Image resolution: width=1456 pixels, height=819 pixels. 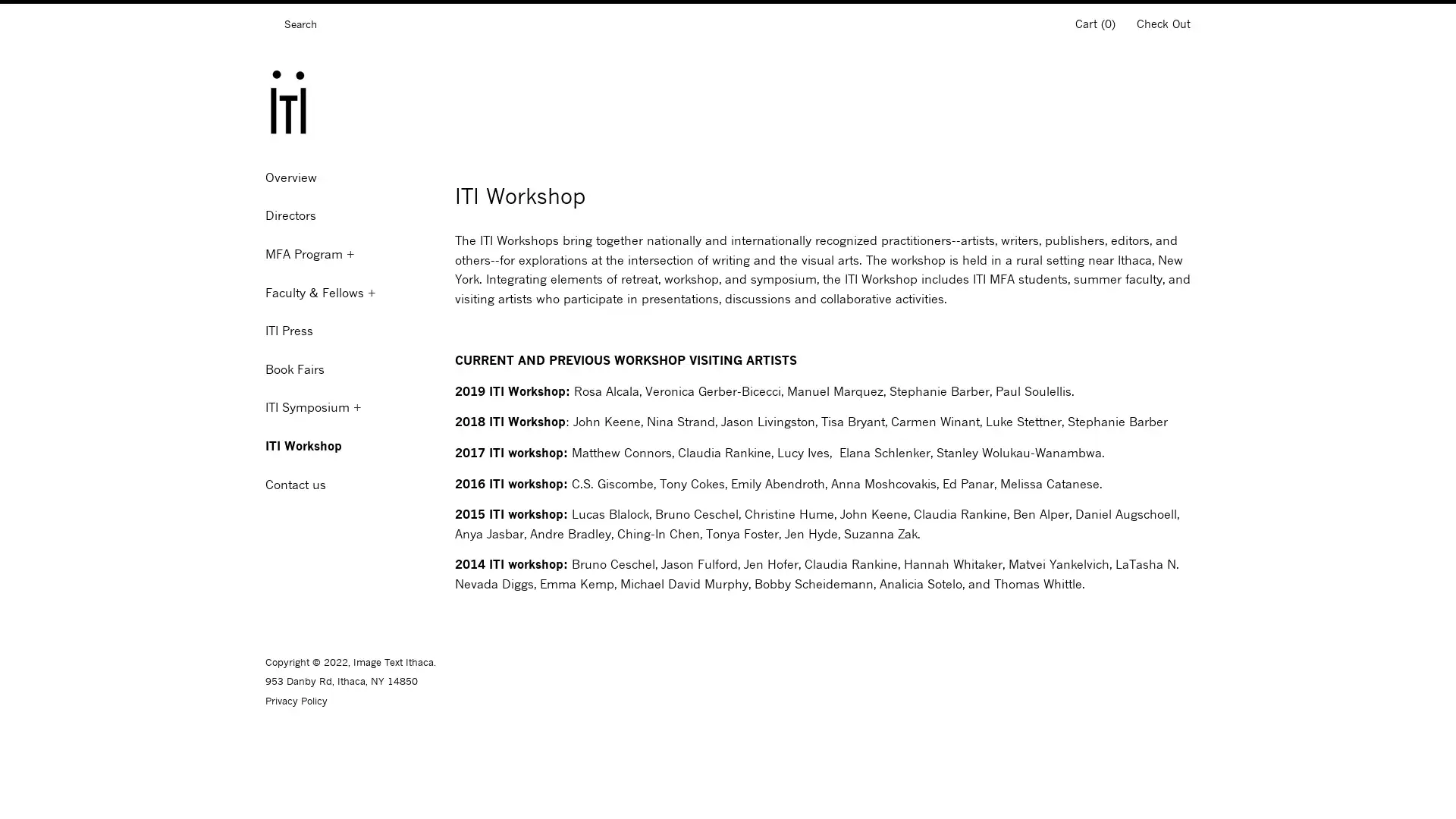 I want to click on MFA Program, so click(x=348, y=253).